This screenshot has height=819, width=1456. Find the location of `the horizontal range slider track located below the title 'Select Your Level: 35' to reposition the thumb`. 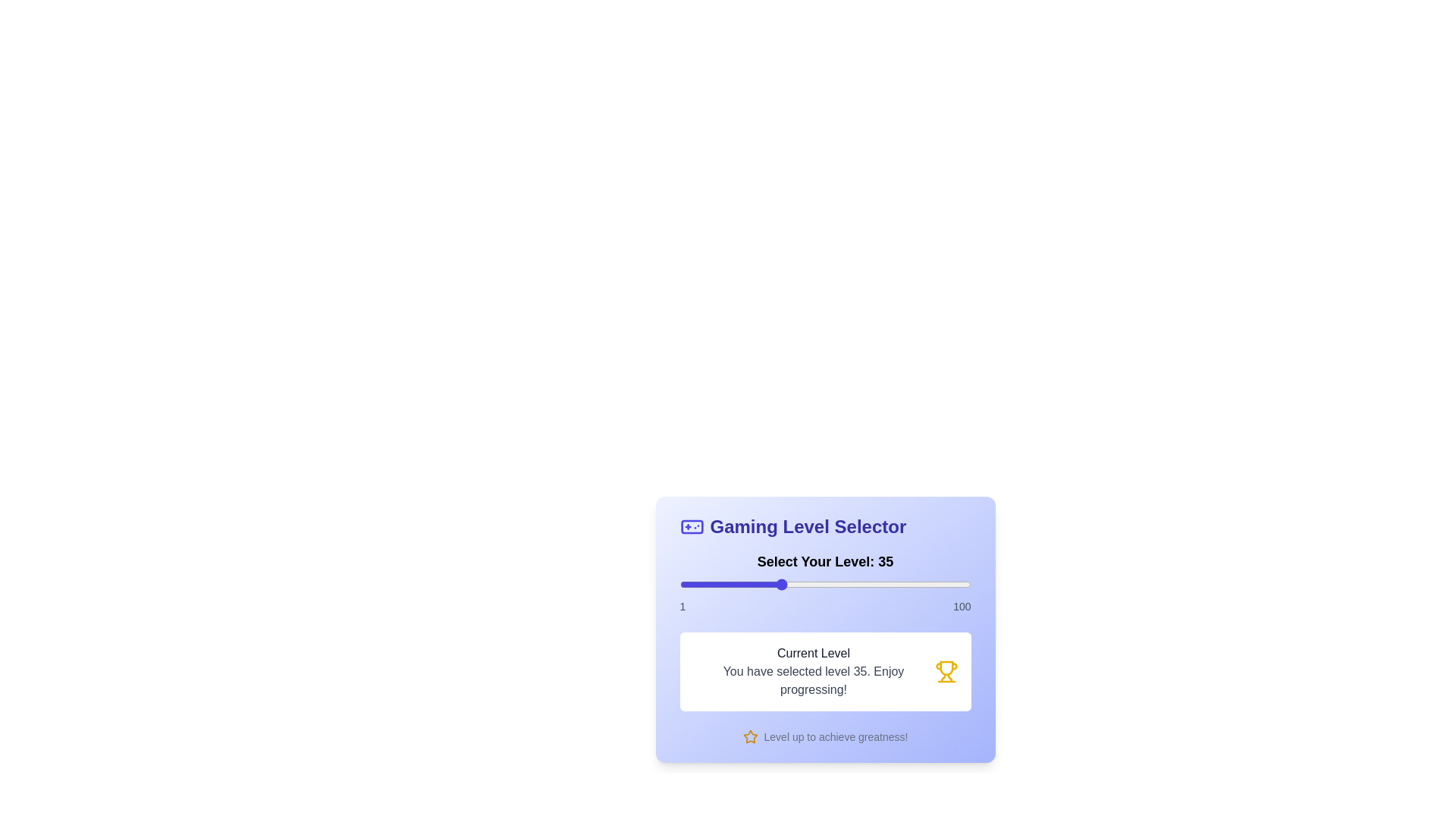

the horizontal range slider track located below the title 'Select Your Level: 35' to reposition the thumb is located at coordinates (824, 584).